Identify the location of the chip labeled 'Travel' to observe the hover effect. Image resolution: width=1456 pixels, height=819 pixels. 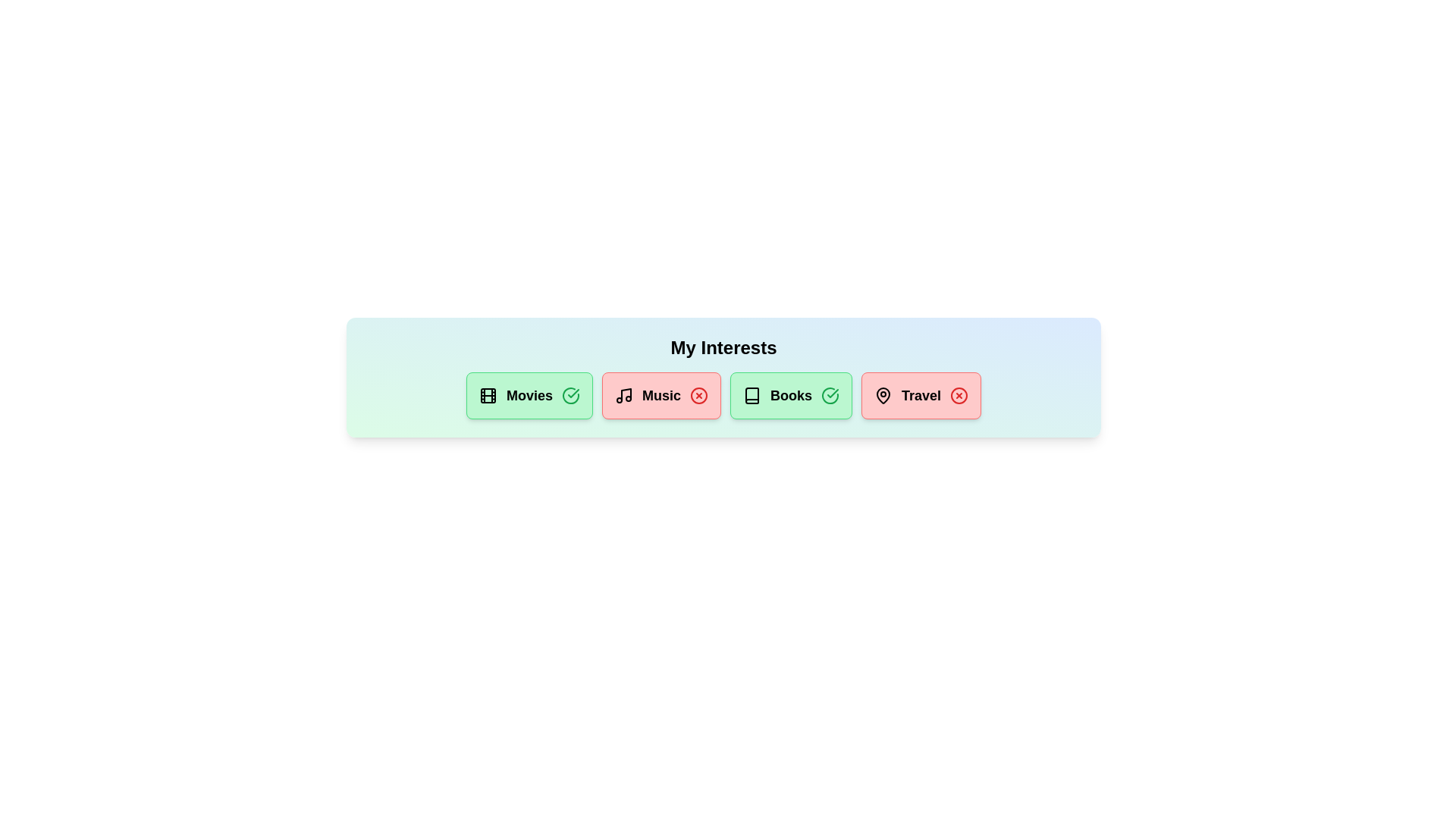
(920, 394).